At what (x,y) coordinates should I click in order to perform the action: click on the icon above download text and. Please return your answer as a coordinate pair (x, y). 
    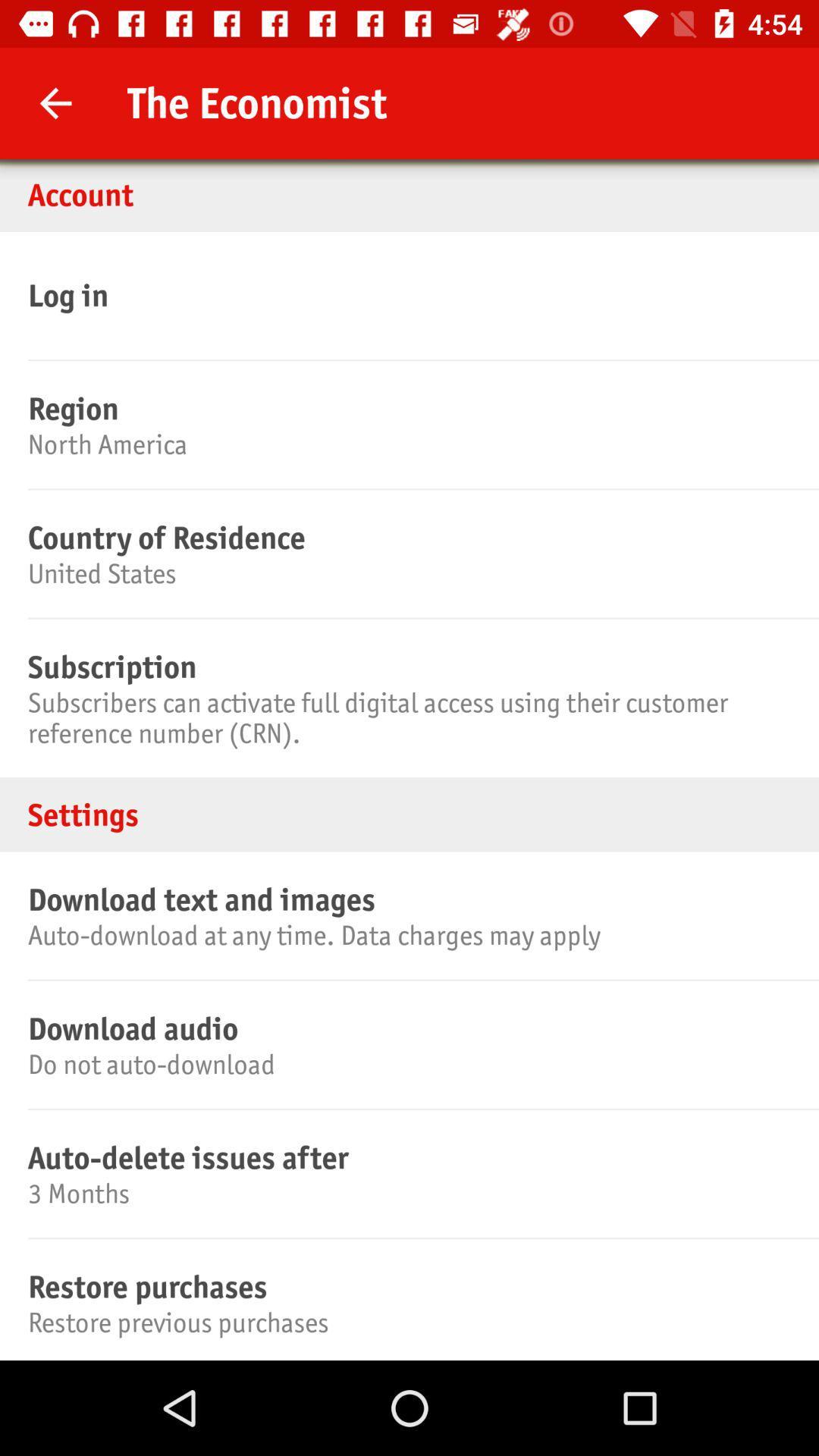
    Looking at the image, I should click on (409, 814).